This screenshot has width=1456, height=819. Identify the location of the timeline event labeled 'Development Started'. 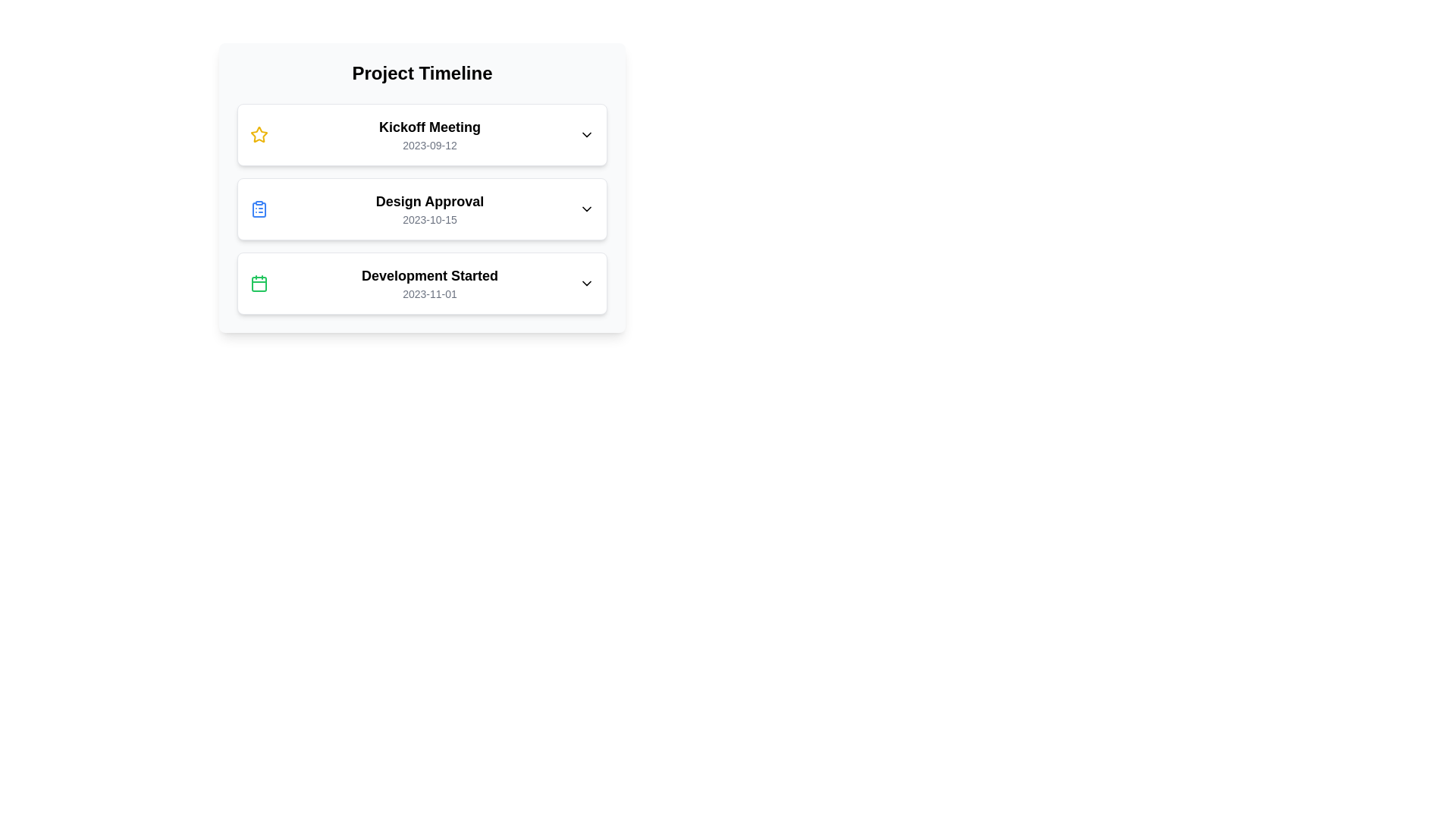
(422, 284).